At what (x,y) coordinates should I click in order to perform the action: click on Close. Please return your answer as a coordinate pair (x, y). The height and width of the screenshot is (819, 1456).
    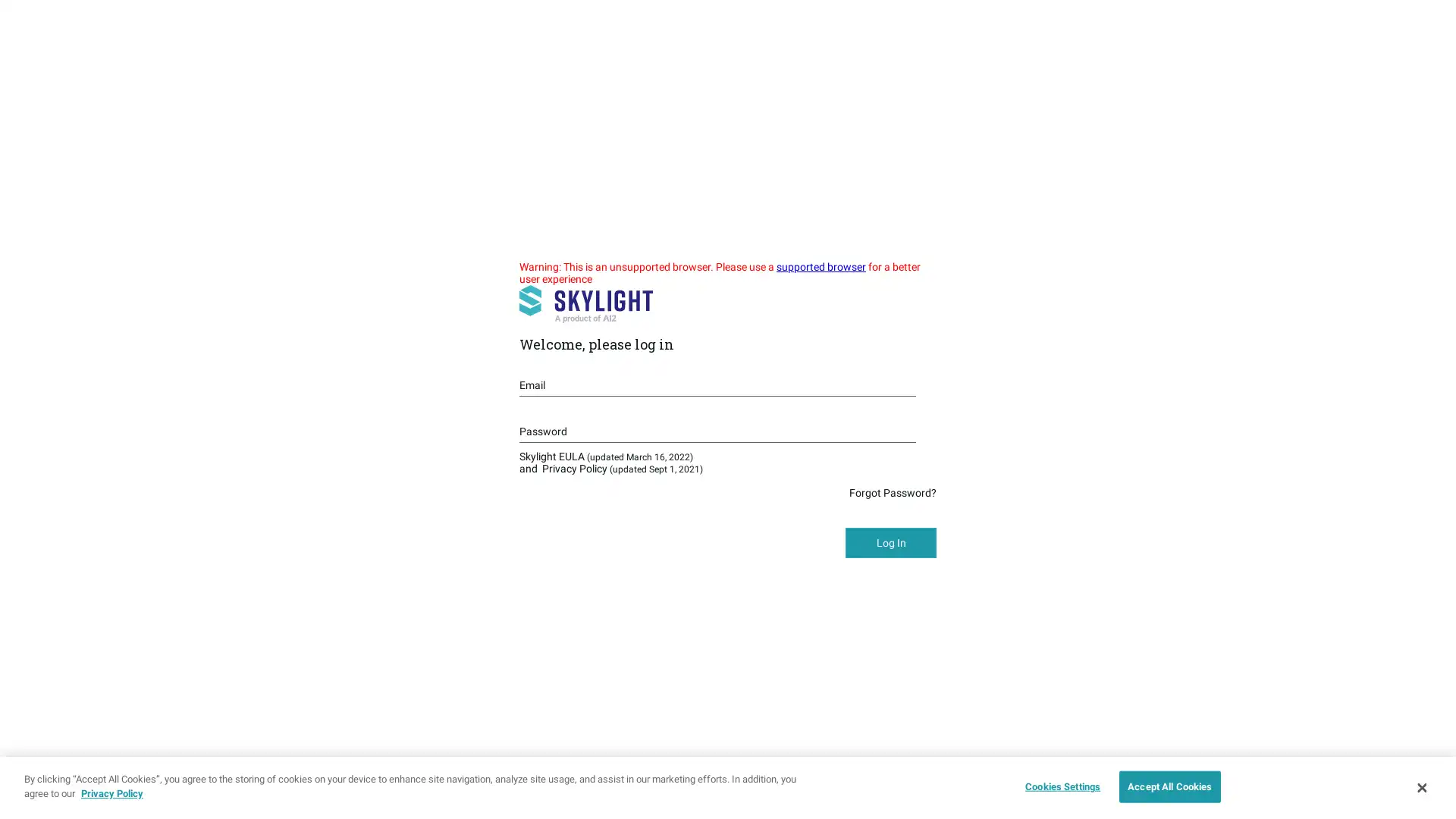
    Looking at the image, I should click on (1420, 786).